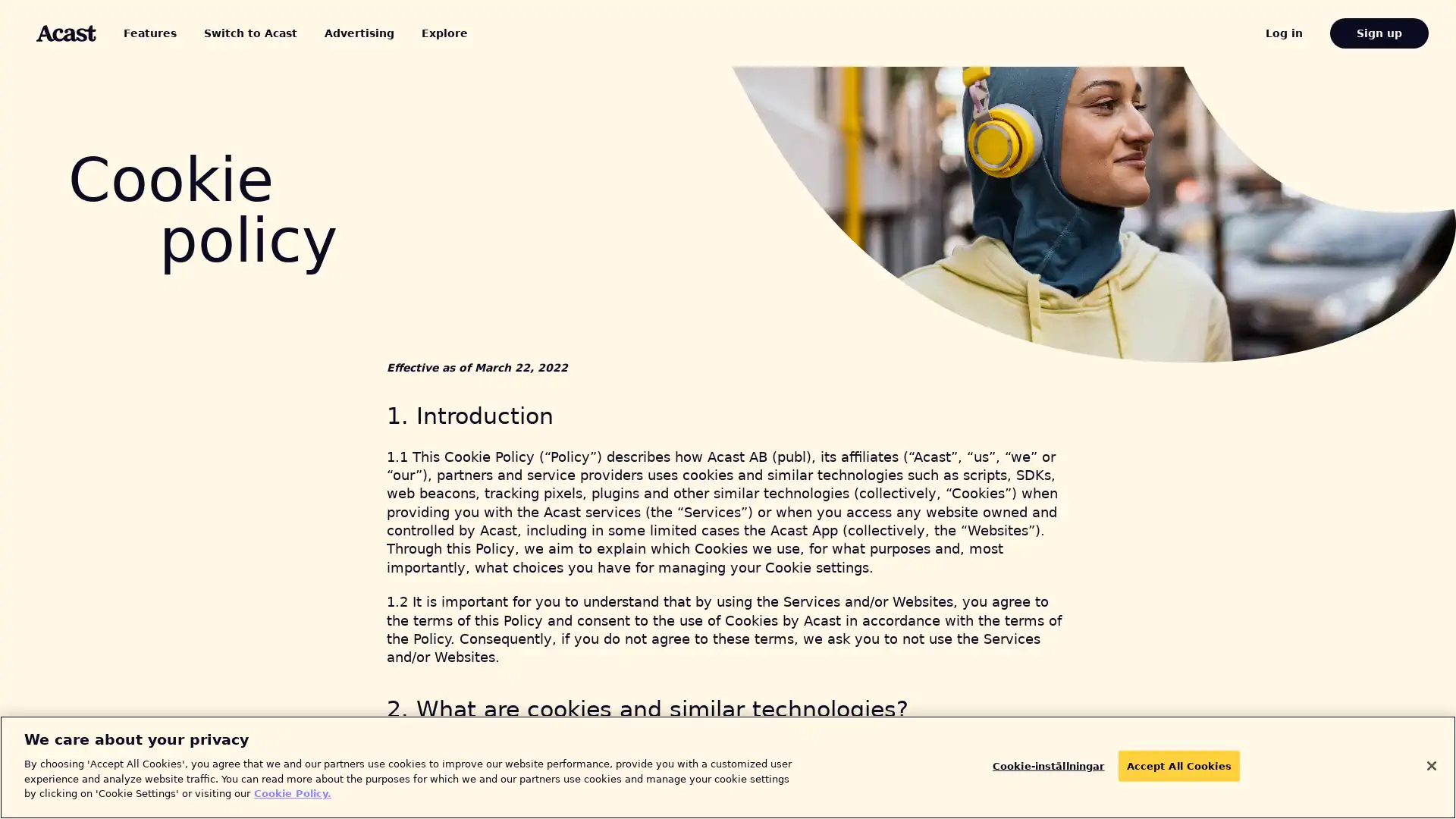 This screenshot has height=819, width=1456. I want to click on Features, so click(152, 33).